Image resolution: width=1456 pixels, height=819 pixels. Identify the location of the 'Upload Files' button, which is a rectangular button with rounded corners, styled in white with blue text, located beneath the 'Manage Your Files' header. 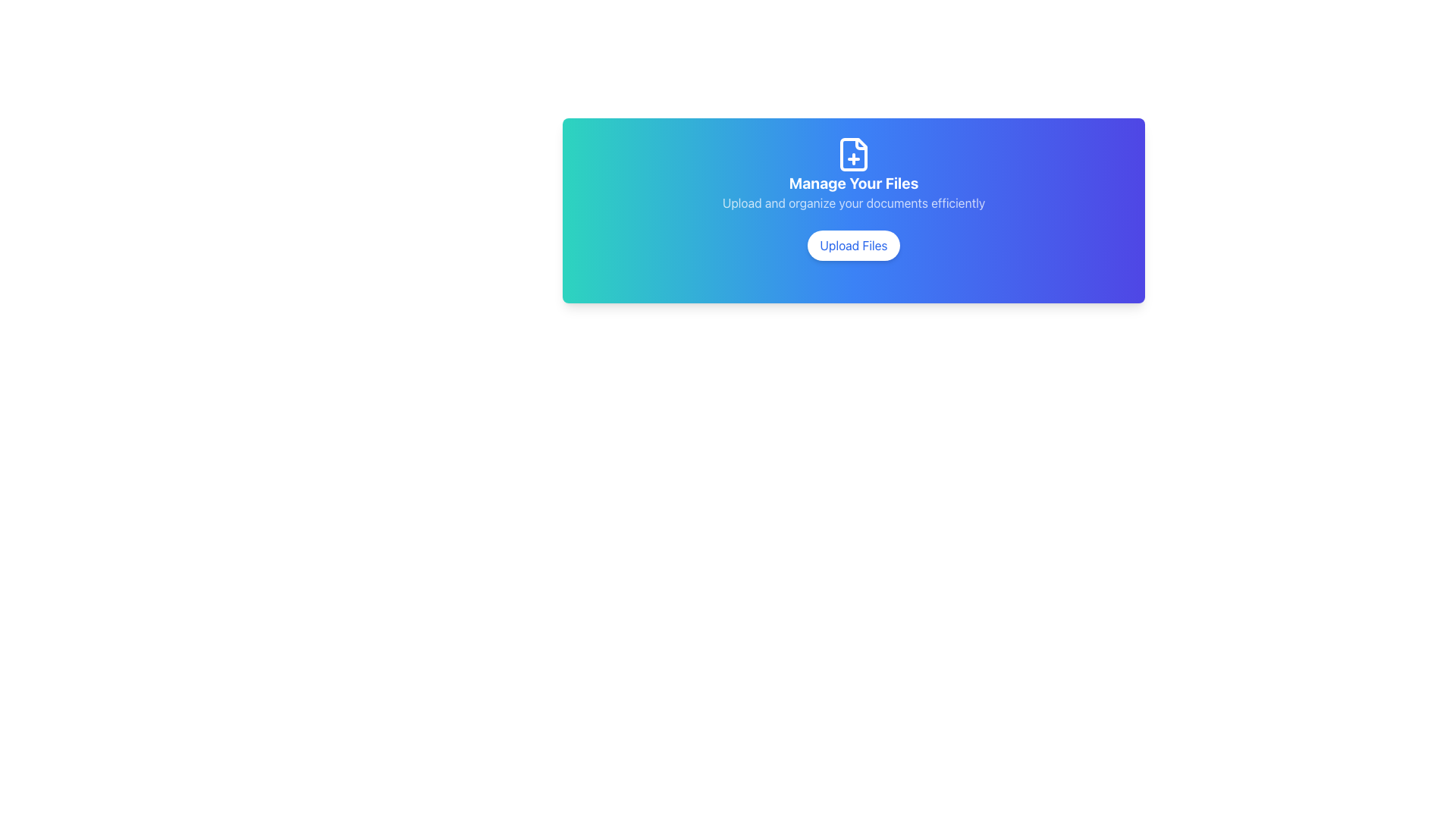
(854, 245).